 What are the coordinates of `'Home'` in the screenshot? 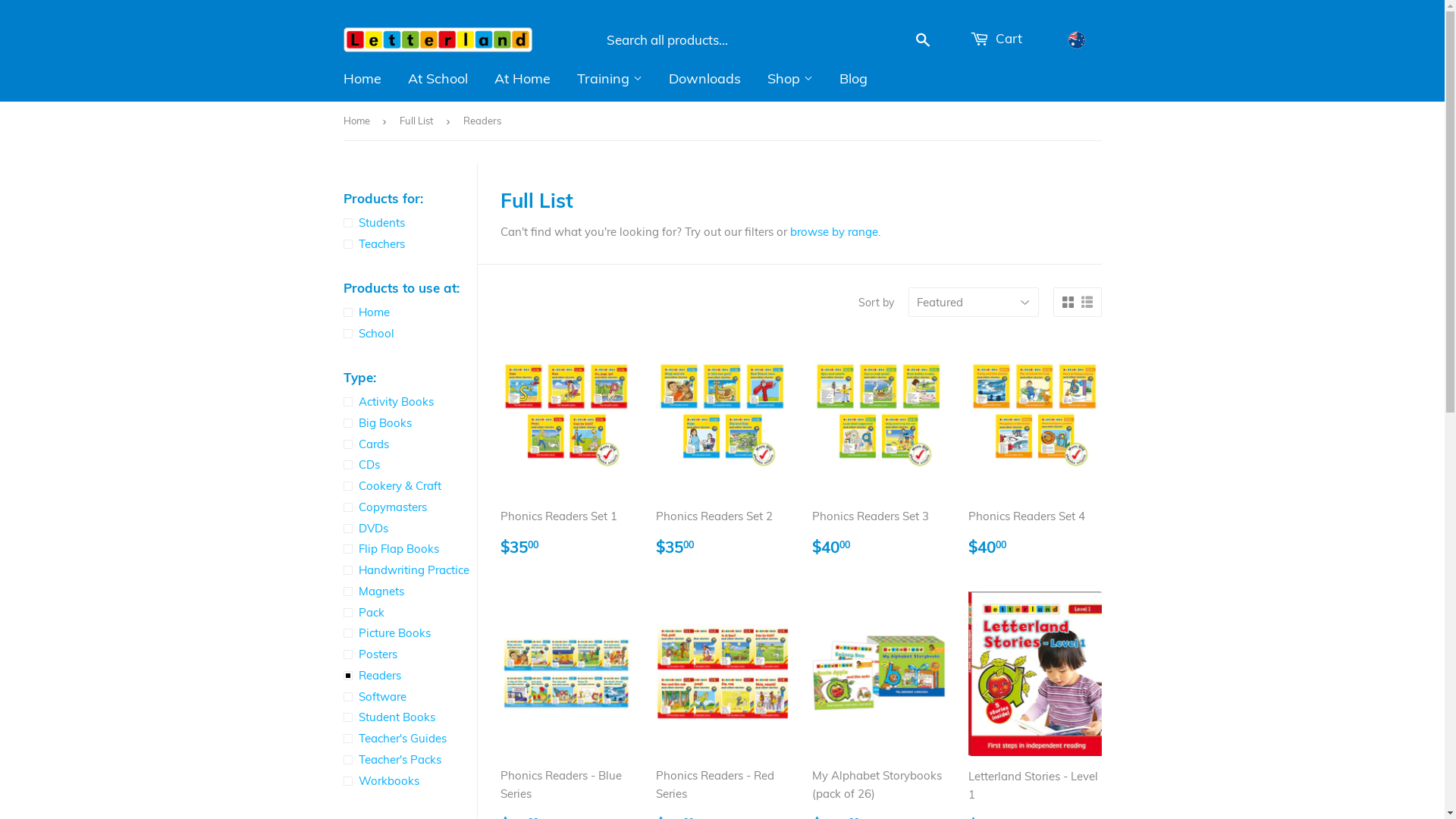 It's located at (358, 120).